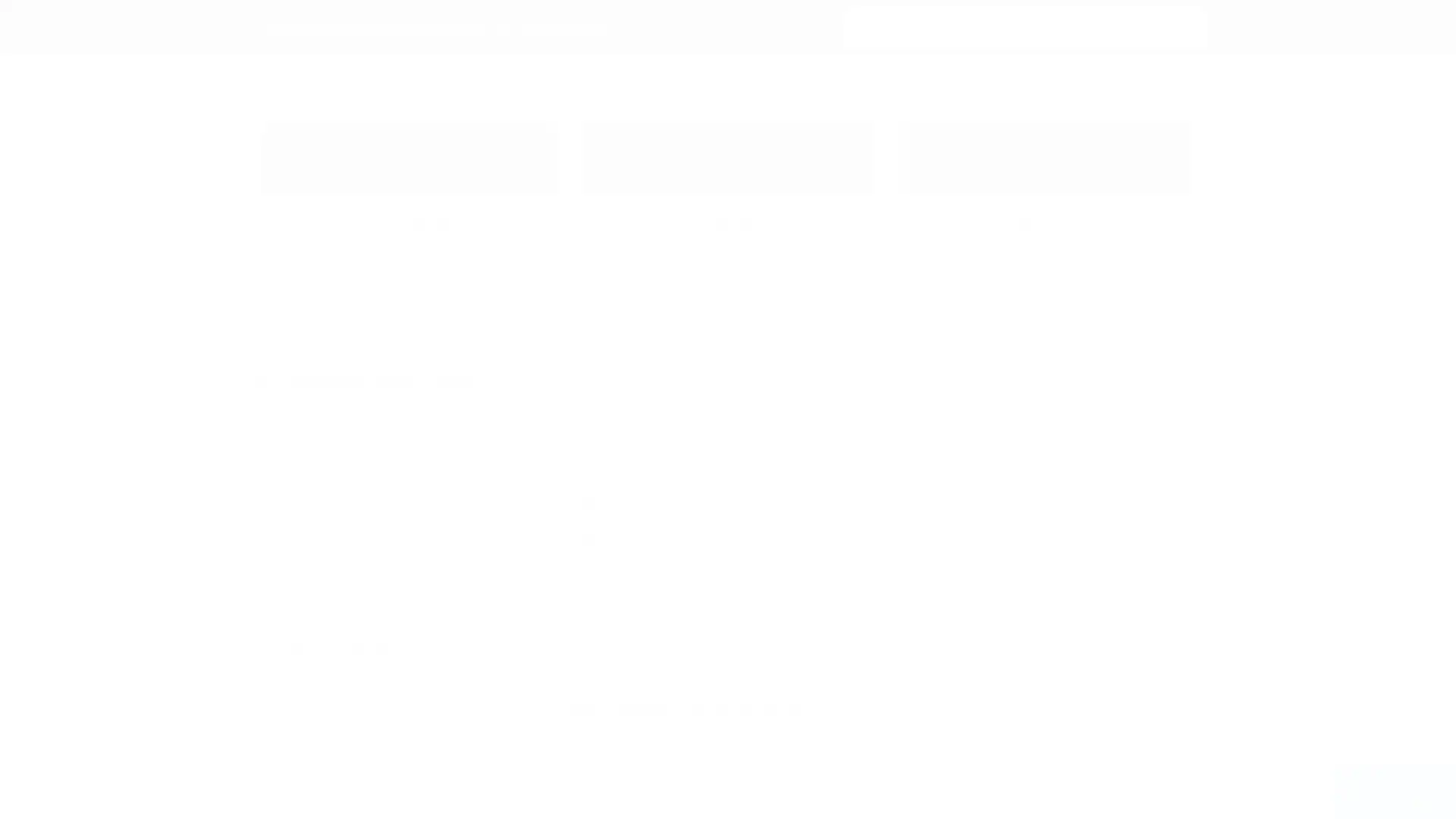 This screenshot has width=1456, height=819. I want to click on Why doesn't a meeting open in Chrome or another browser?, so click(729, 570).